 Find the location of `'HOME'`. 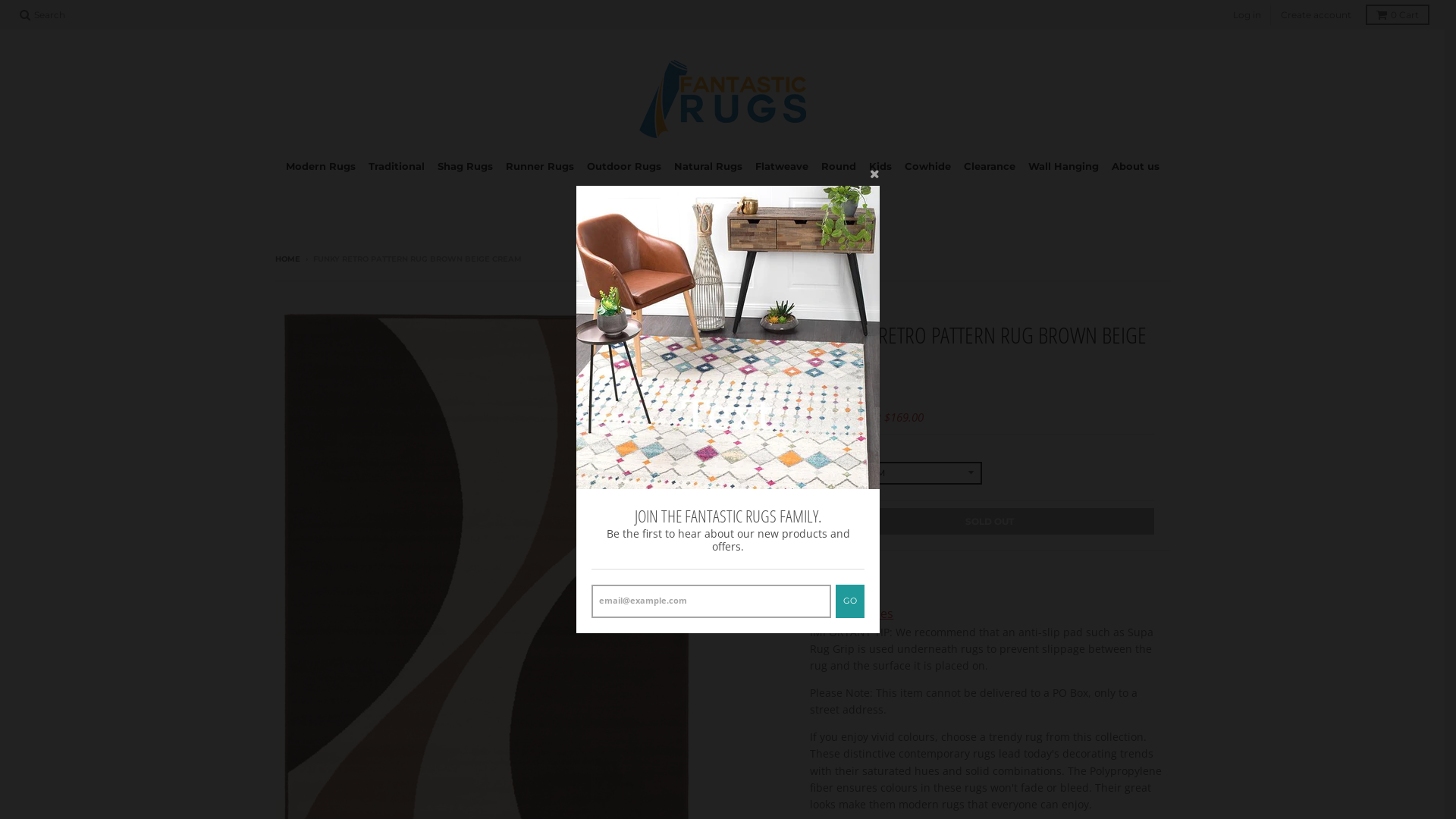

'HOME' is located at coordinates (287, 258).